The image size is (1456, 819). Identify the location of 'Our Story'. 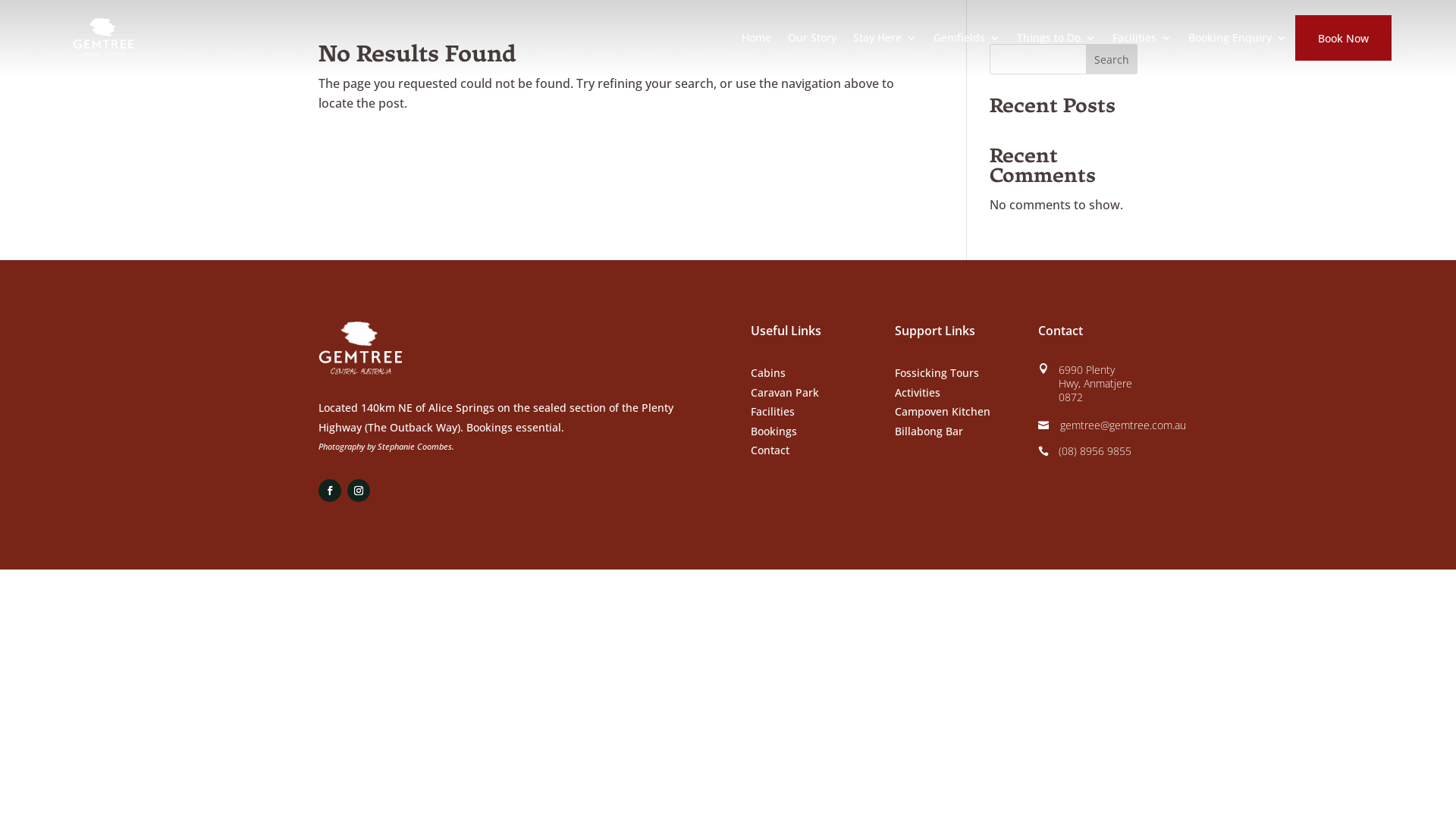
(787, 37).